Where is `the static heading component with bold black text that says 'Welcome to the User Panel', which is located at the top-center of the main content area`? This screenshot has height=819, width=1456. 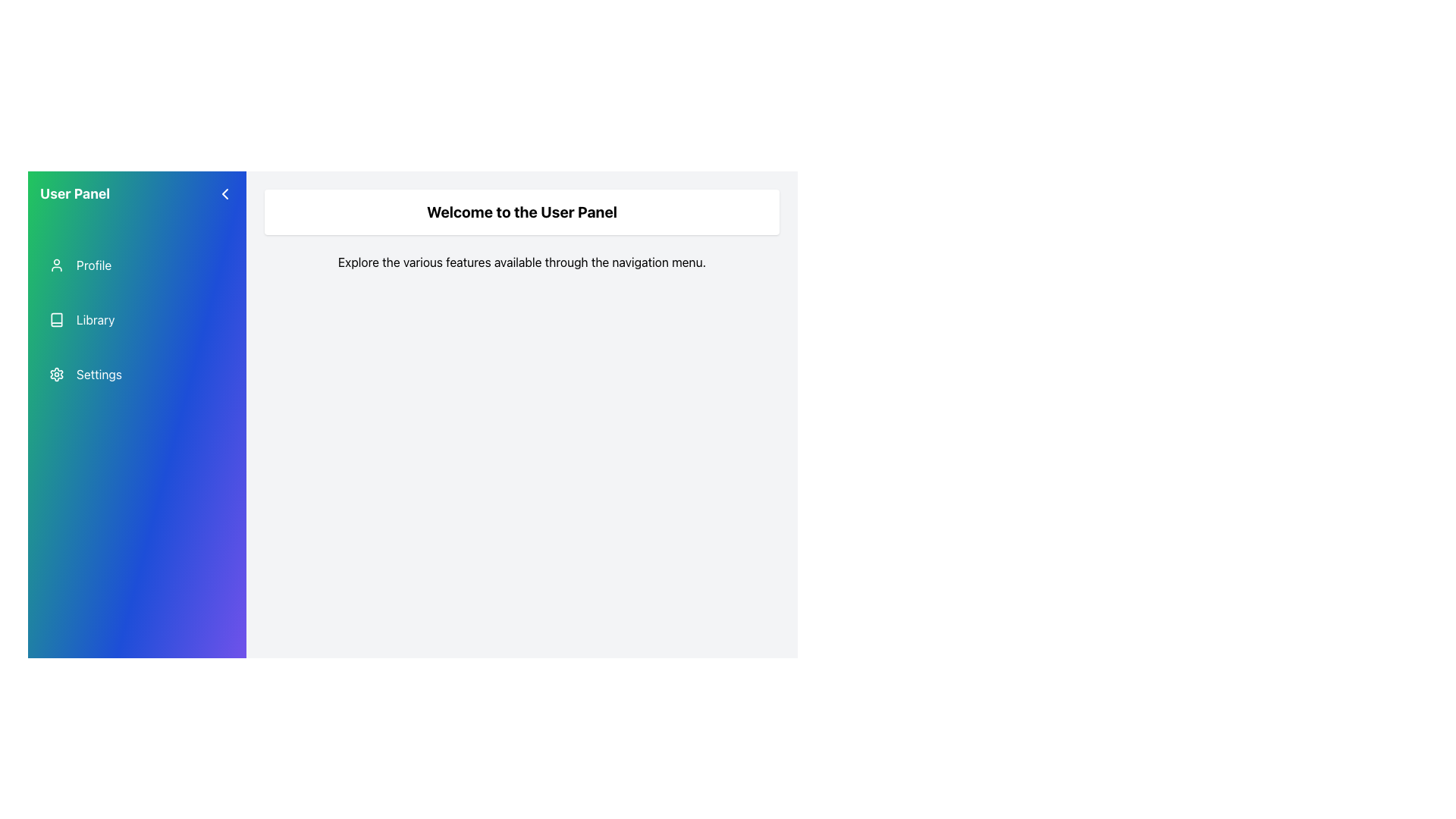
the static heading component with bold black text that says 'Welcome to the User Panel', which is located at the top-center of the main content area is located at coordinates (522, 212).